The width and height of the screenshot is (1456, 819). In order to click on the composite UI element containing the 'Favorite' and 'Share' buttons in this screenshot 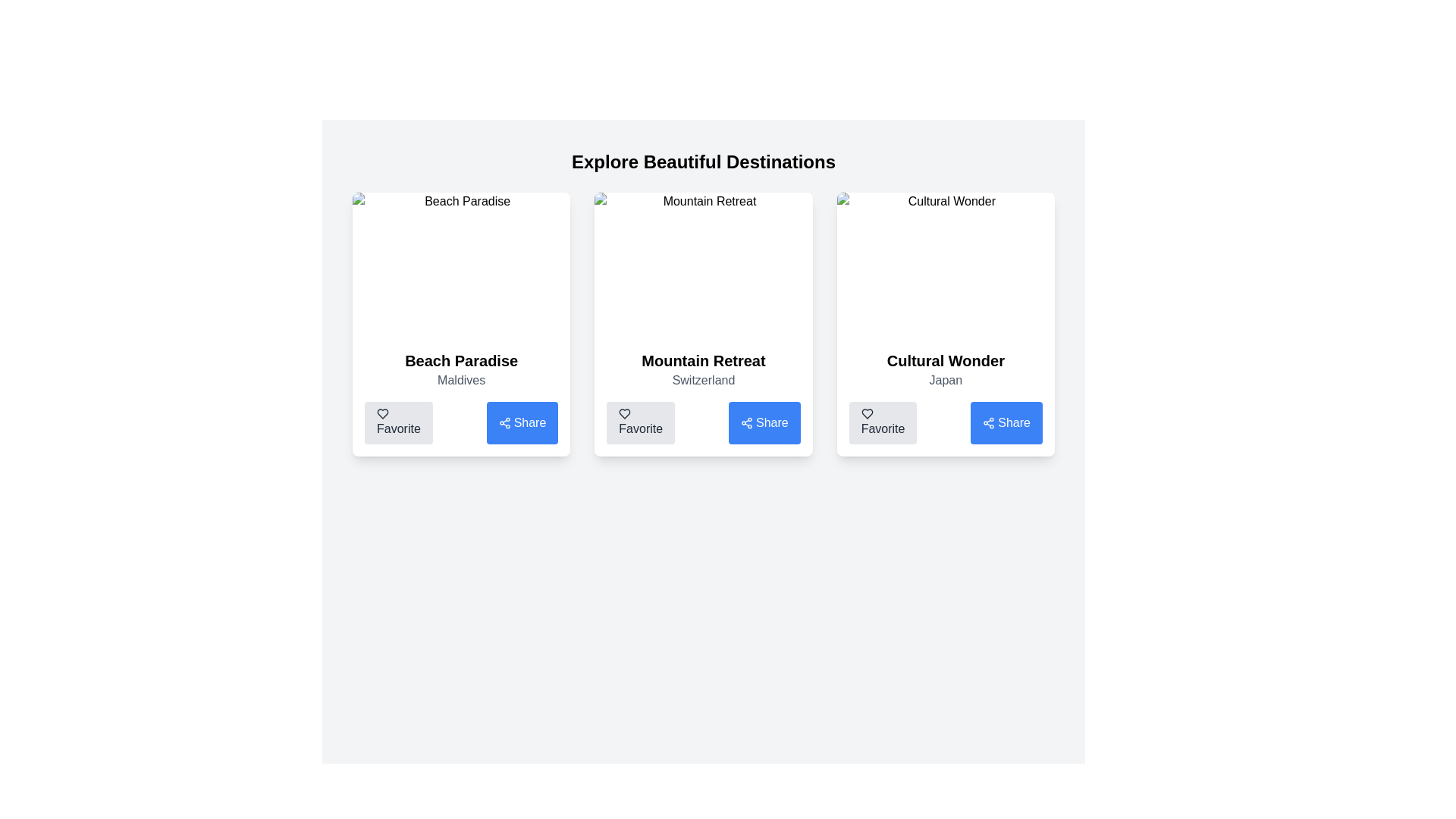, I will do `click(702, 423)`.